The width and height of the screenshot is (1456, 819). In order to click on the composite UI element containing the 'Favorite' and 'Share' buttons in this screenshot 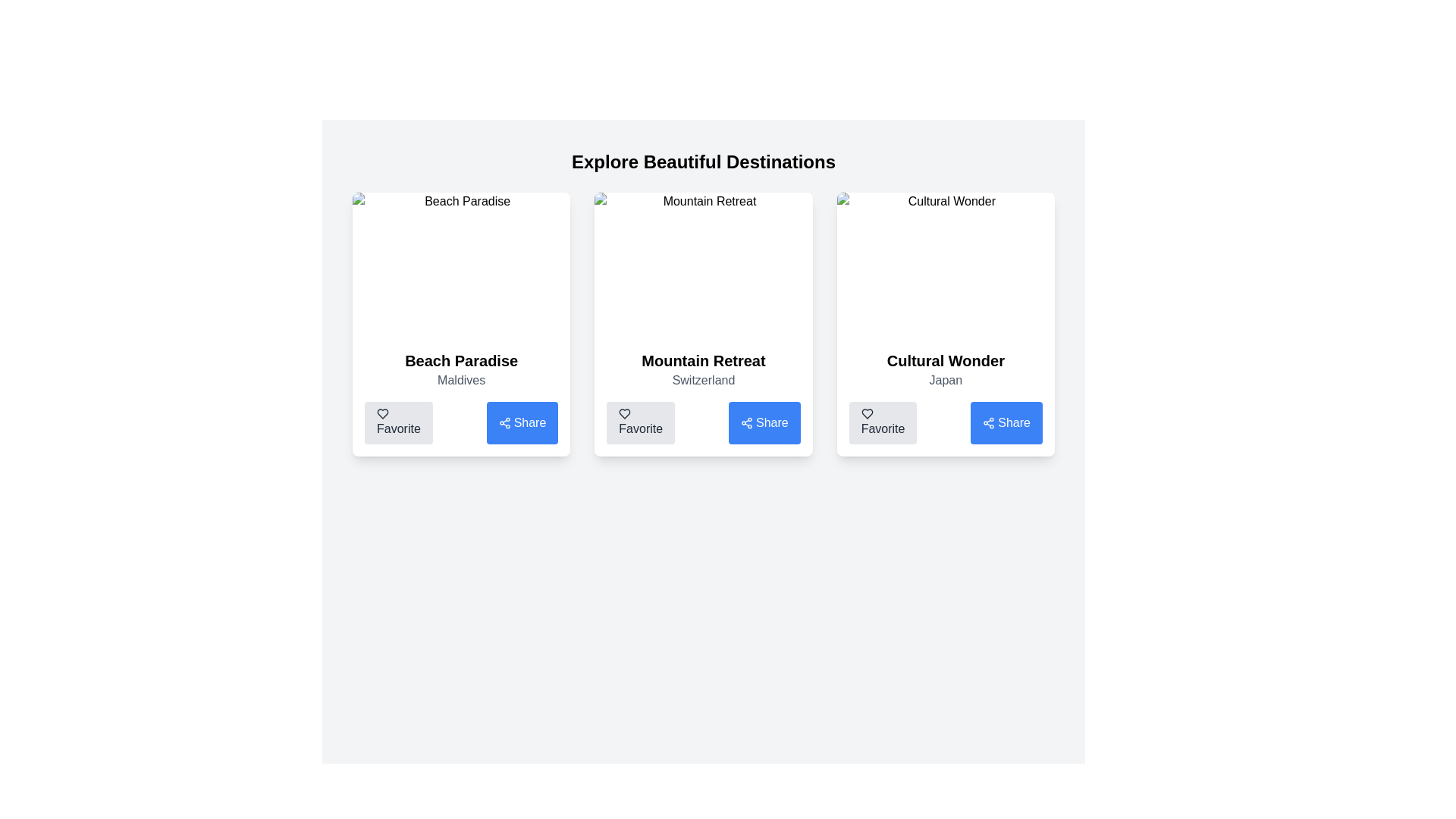, I will do `click(702, 423)`.